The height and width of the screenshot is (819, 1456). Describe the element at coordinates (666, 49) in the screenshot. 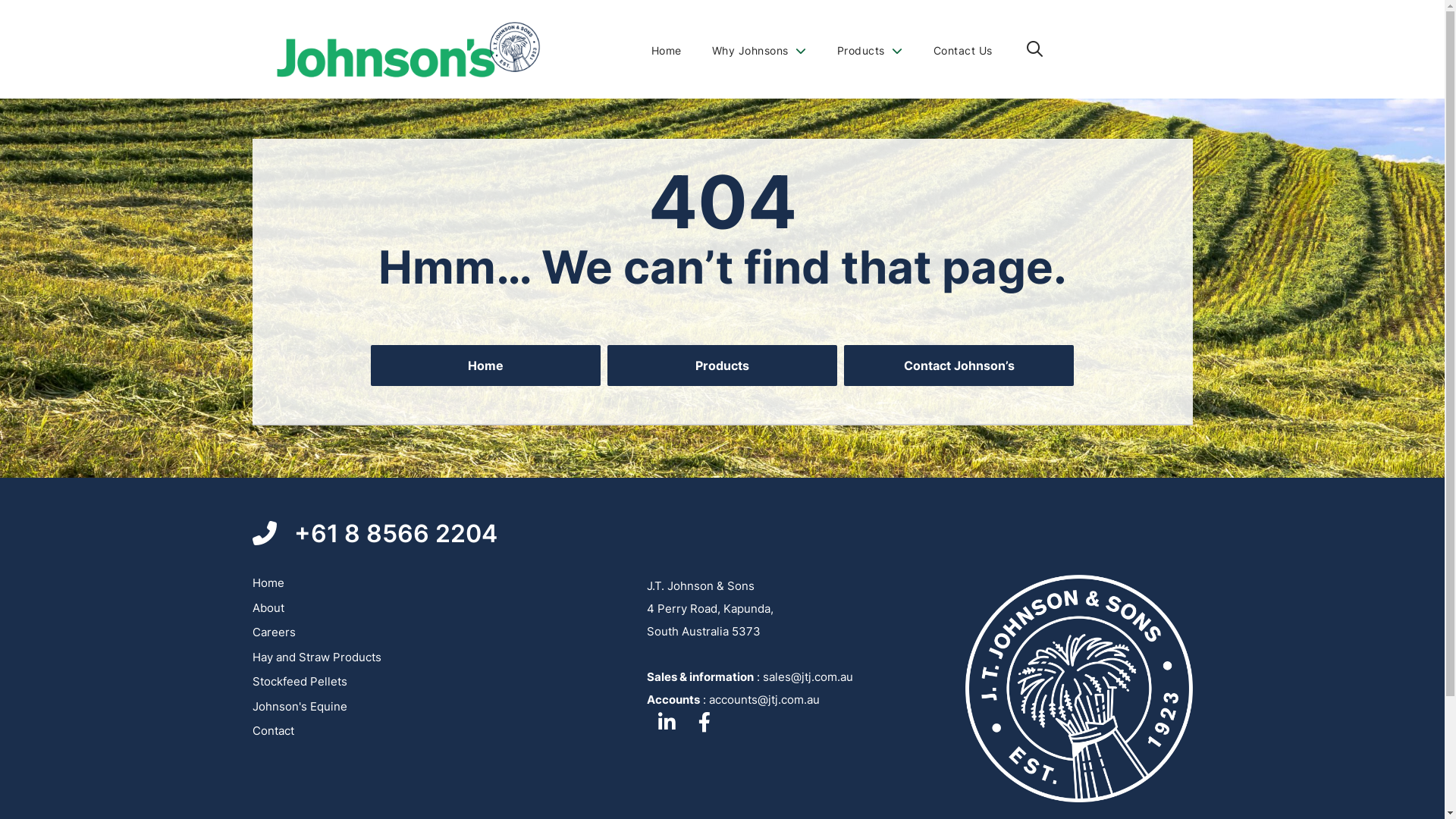

I see `'Home'` at that location.